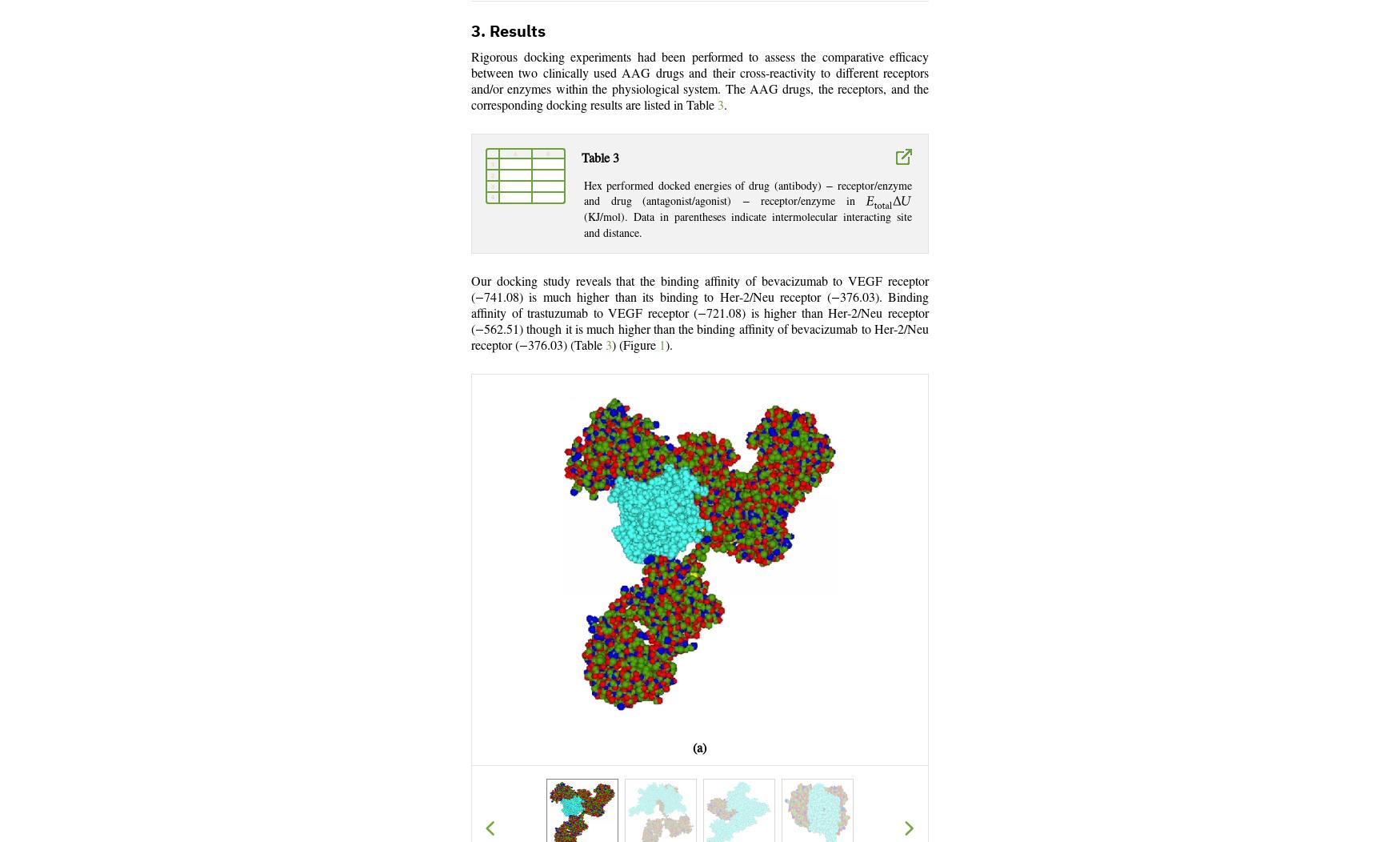 This screenshot has height=842, width=1400. What do you see at coordinates (600, 158) in the screenshot?
I see `'Table 3'` at bounding box center [600, 158].